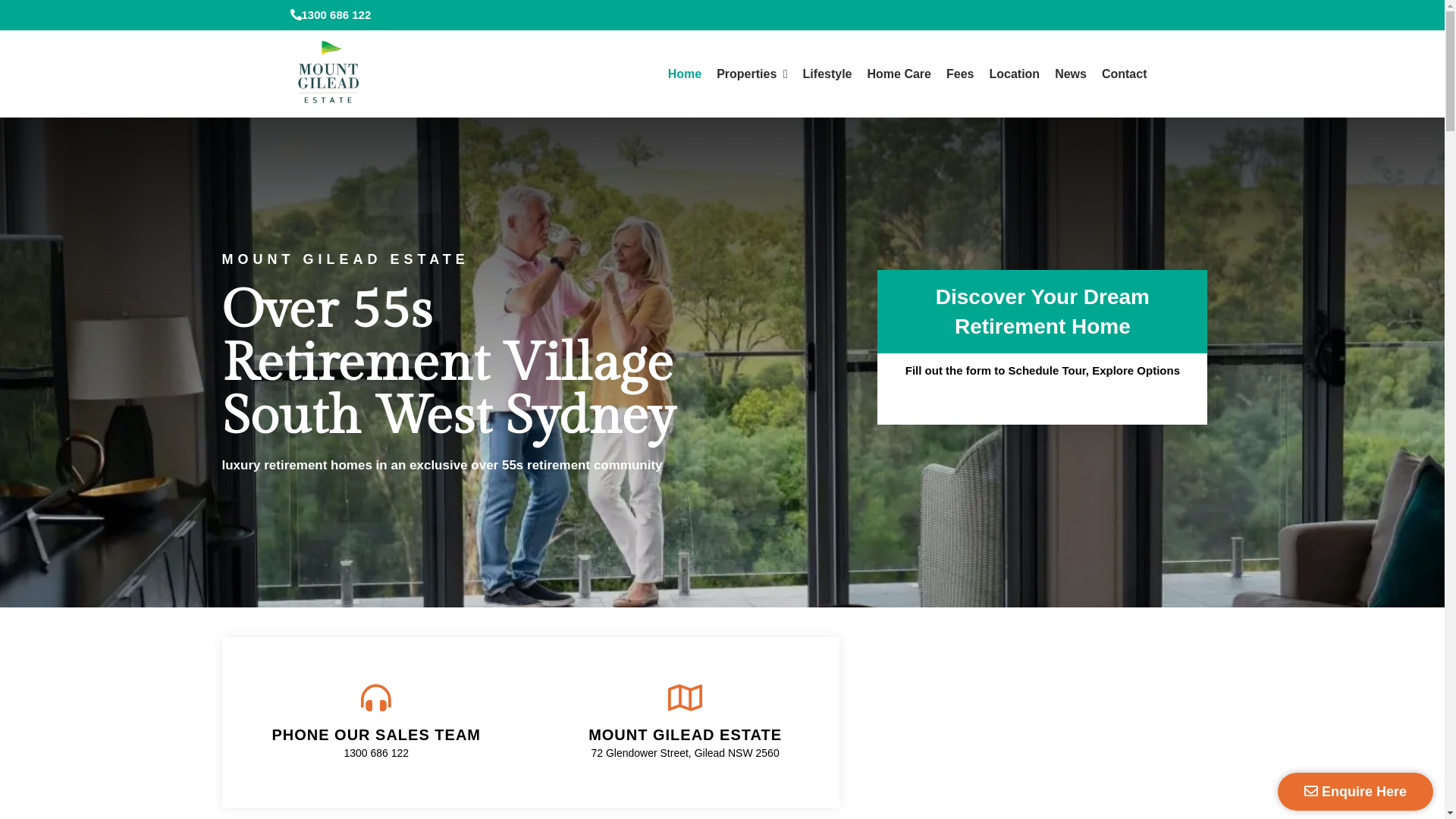 The image size is (1456, 819). Describe the element at coordinates (1069, 74) in the screenshot. I see `'News'` at that location.